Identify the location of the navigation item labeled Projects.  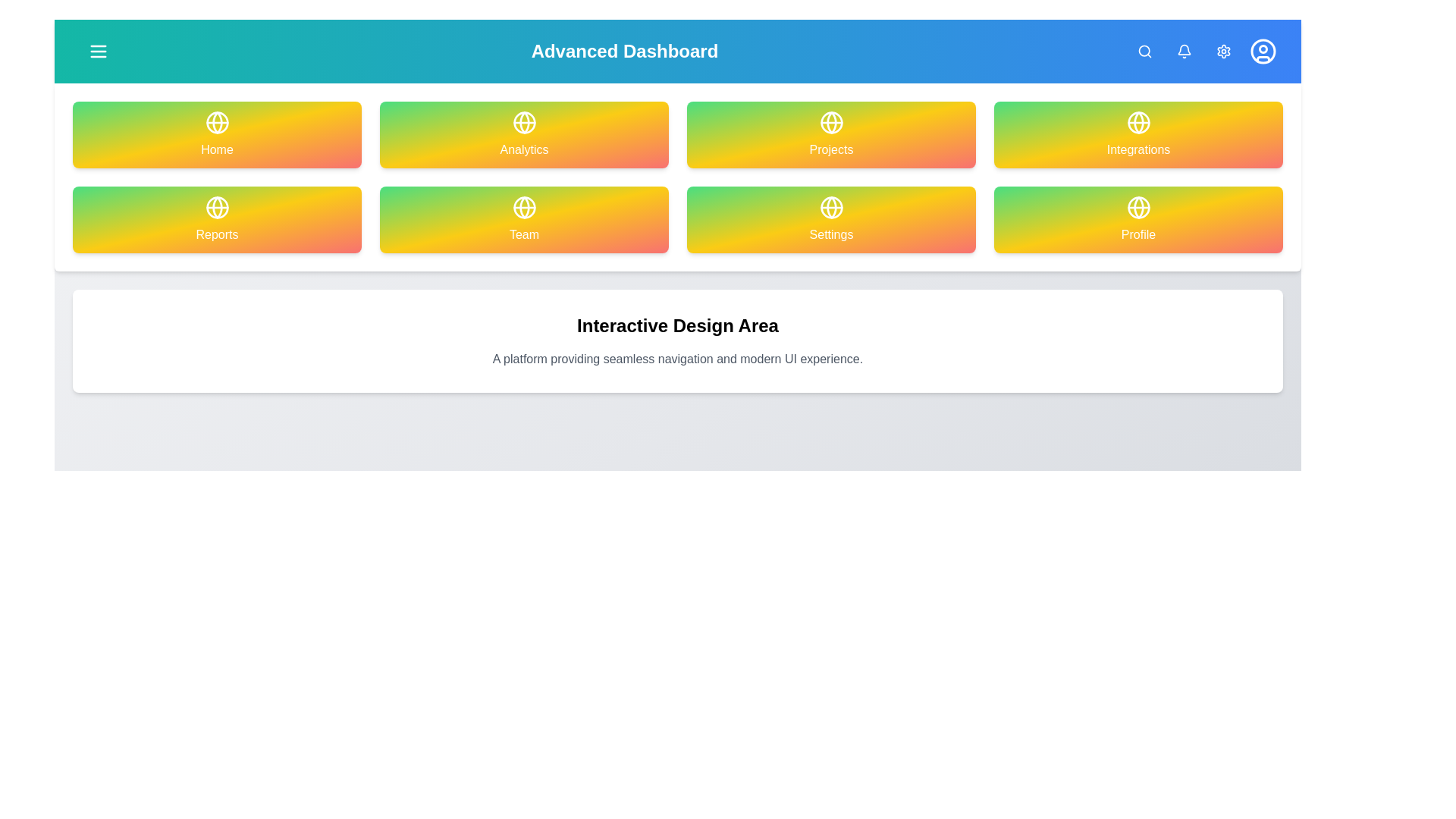
(830, 133).